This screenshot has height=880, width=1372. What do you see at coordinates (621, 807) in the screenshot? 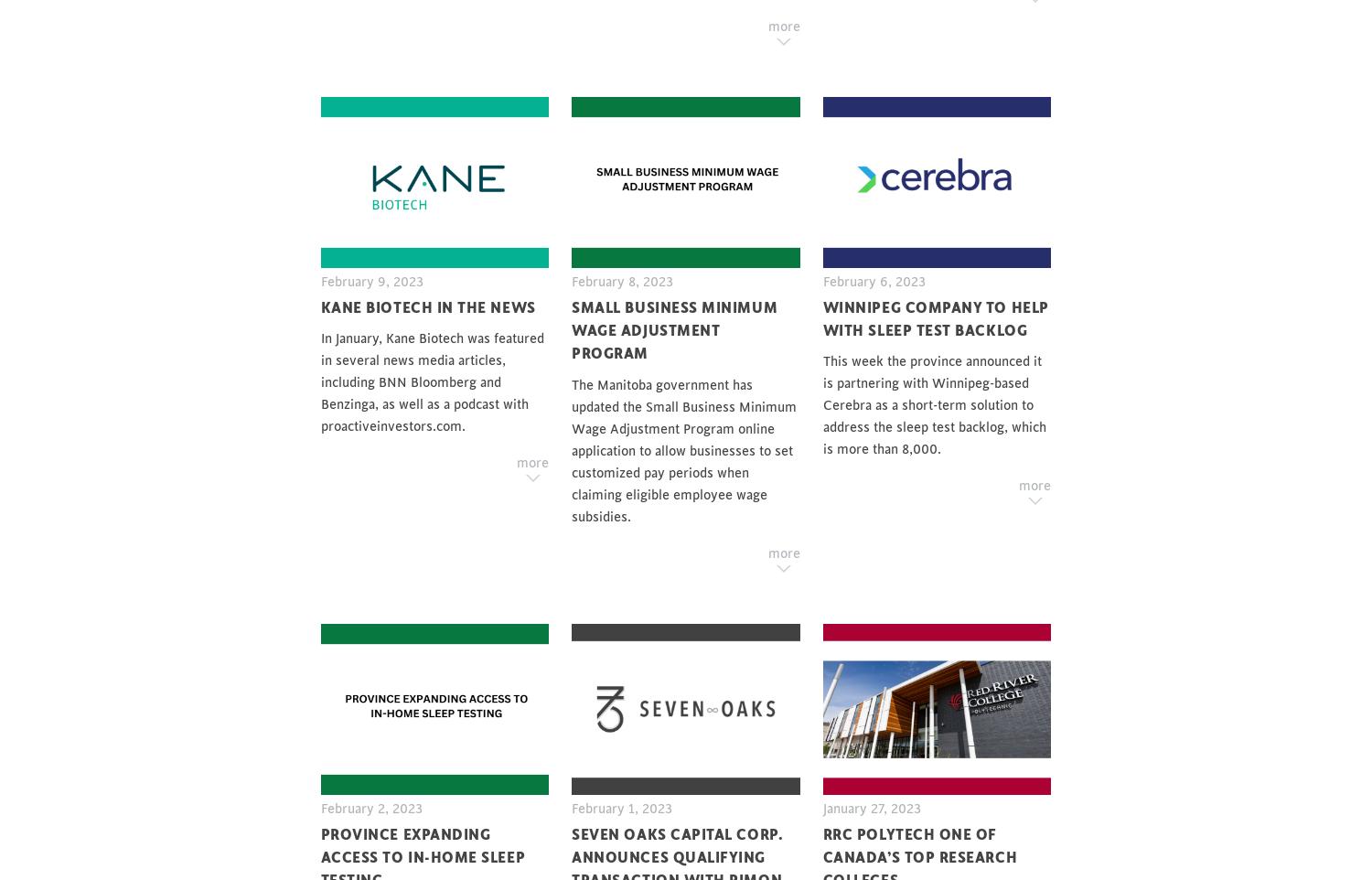
I see `'February 1, 2023'` at bounding box center [621, 807].